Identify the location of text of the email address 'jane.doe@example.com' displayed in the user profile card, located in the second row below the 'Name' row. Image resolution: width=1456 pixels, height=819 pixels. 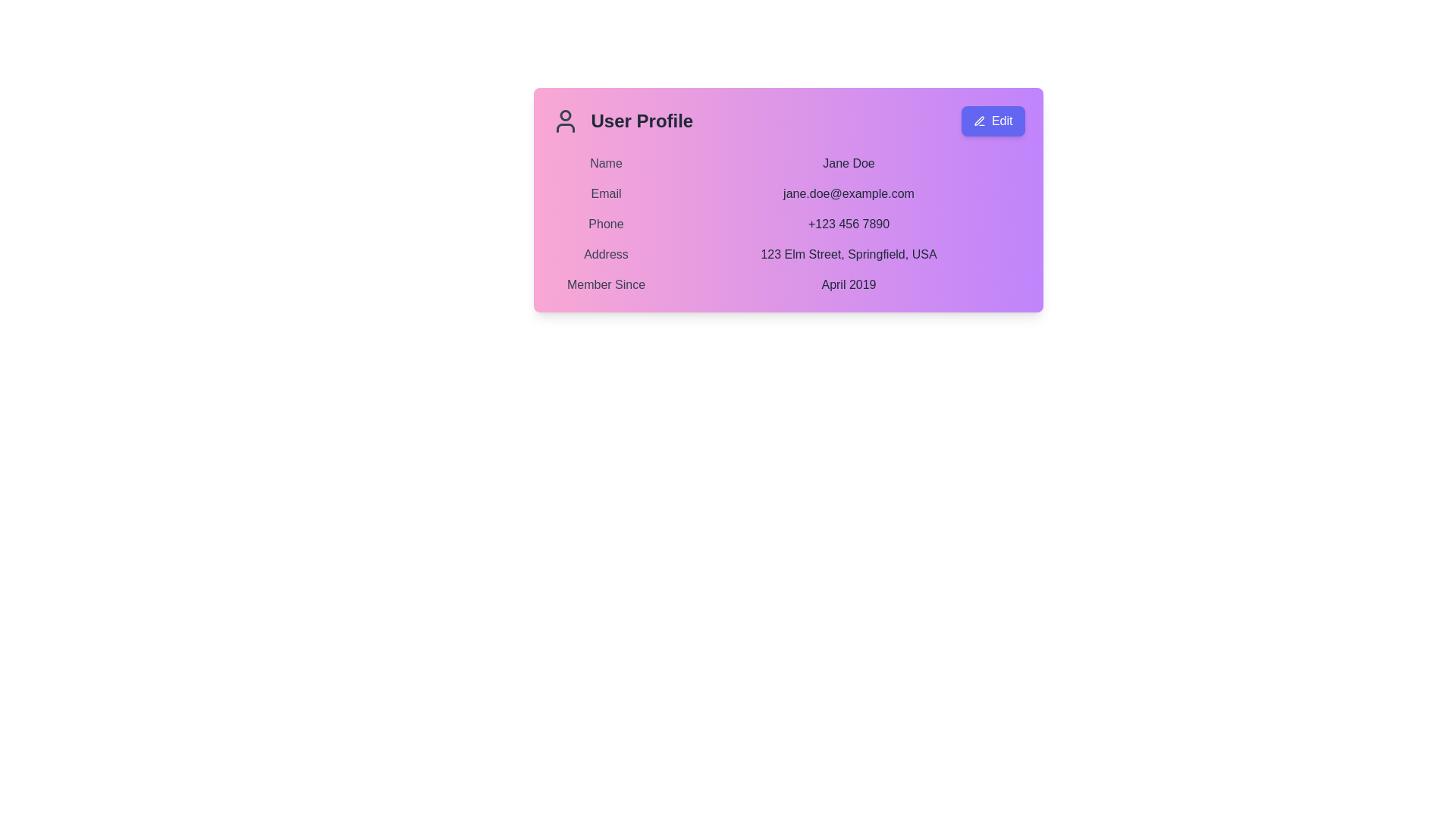
(788, 193).